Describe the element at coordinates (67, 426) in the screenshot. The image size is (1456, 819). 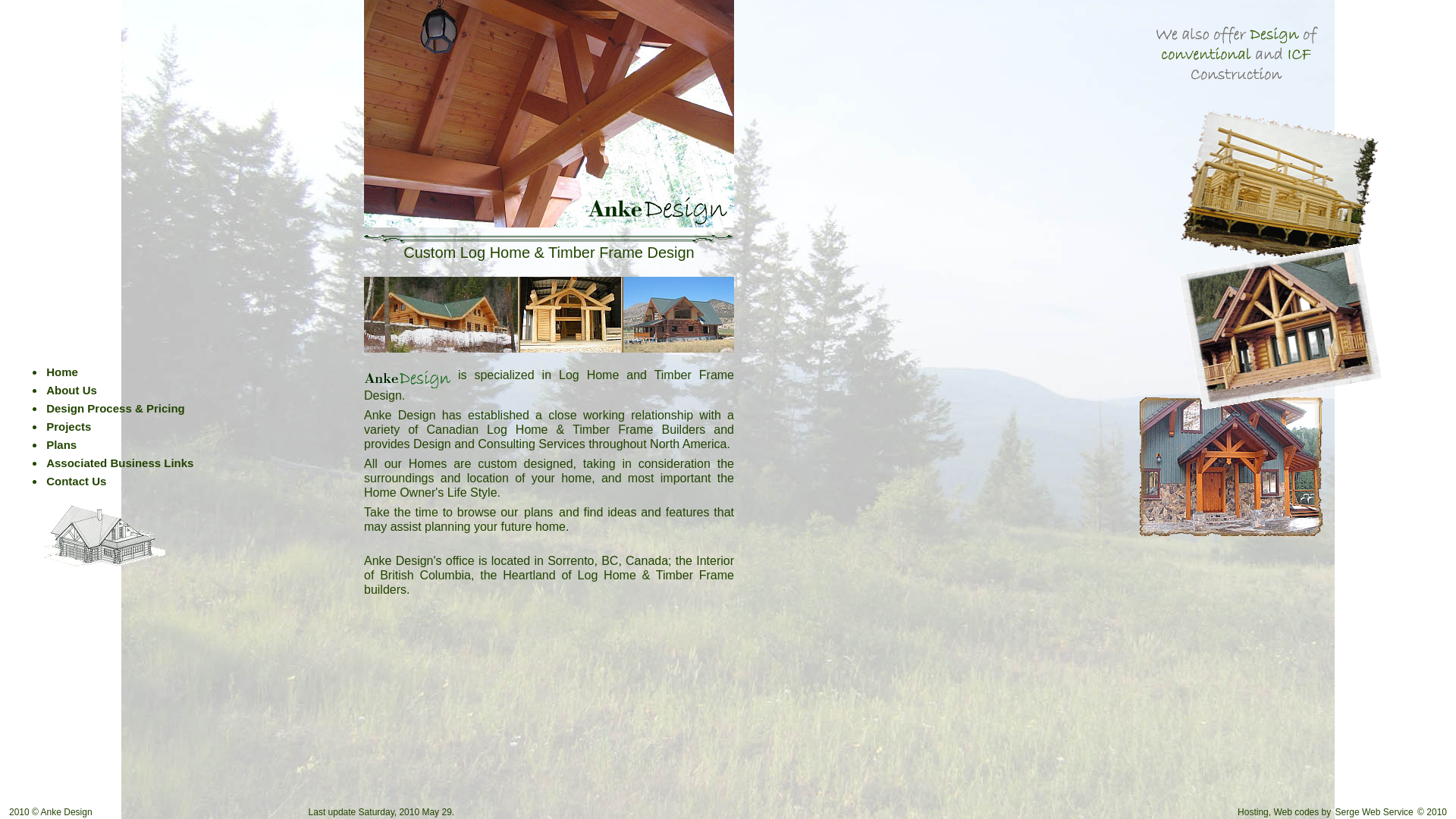
I see `'Projects'` at that location.